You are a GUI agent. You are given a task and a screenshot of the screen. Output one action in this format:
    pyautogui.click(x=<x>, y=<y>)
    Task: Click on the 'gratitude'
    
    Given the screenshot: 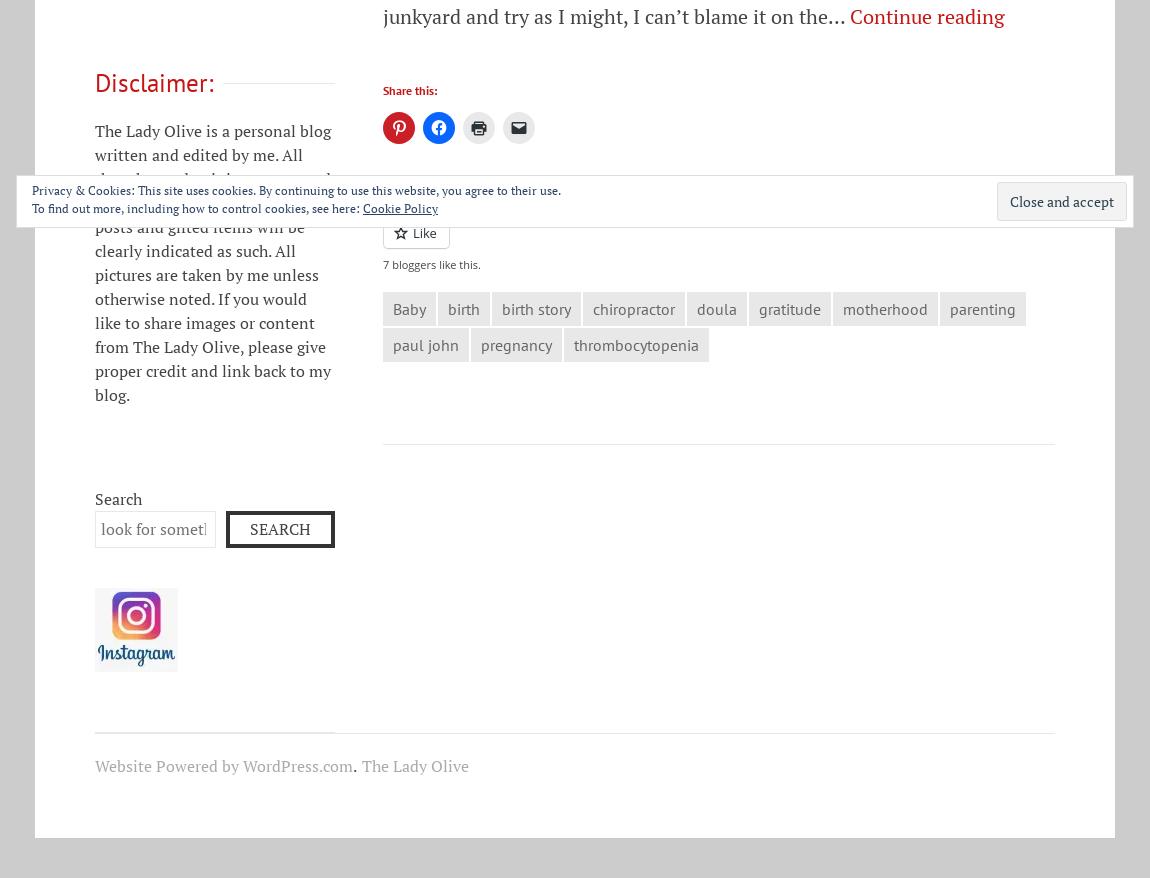 What is the action you would take?
    pyautogui.click(x=789, y=308)
    